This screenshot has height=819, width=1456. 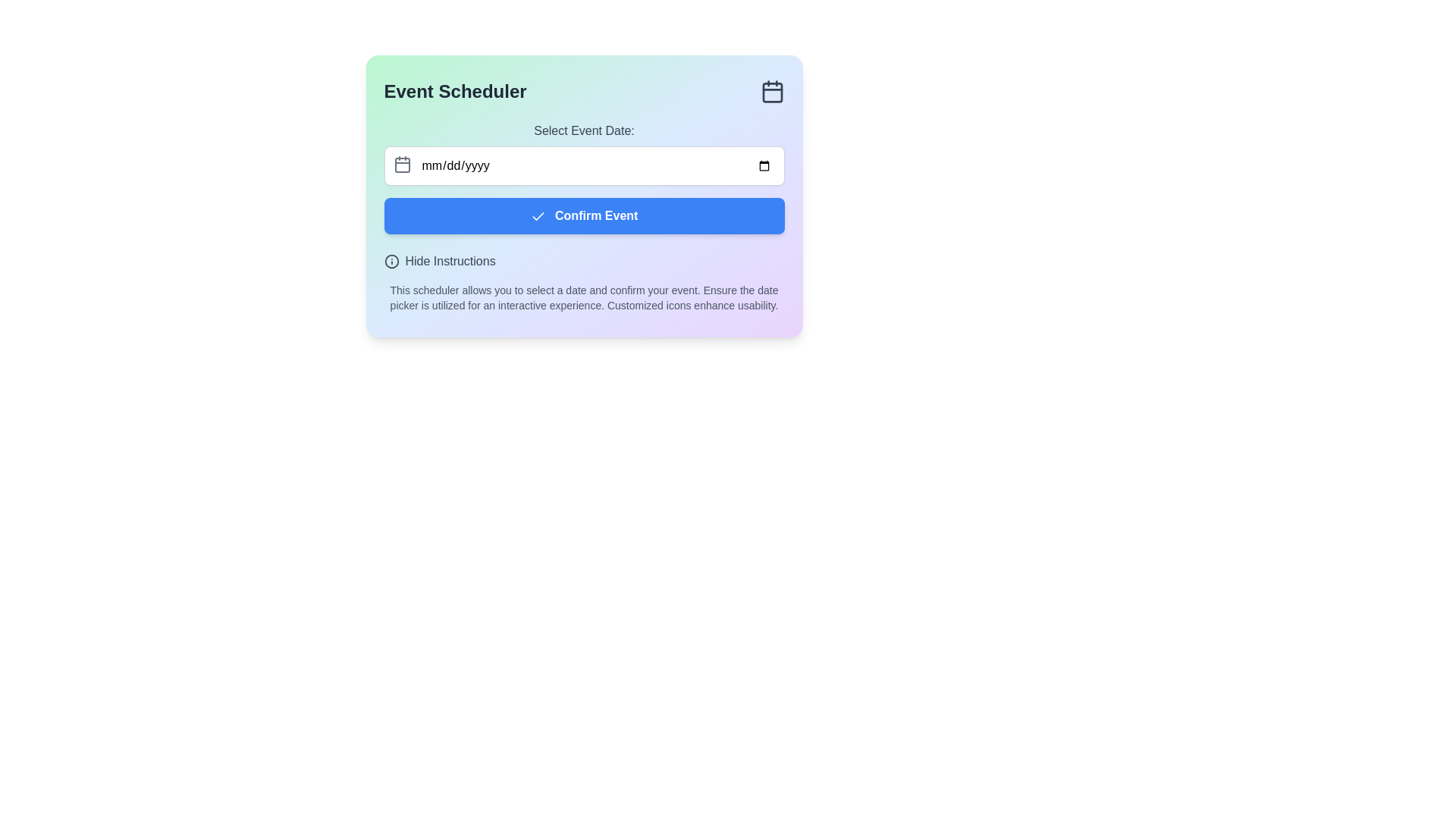 I want to click on the graphical shape that is part of the calendar icon located in the top-right corner of the scheduling interface, so click(x=772, y=93).